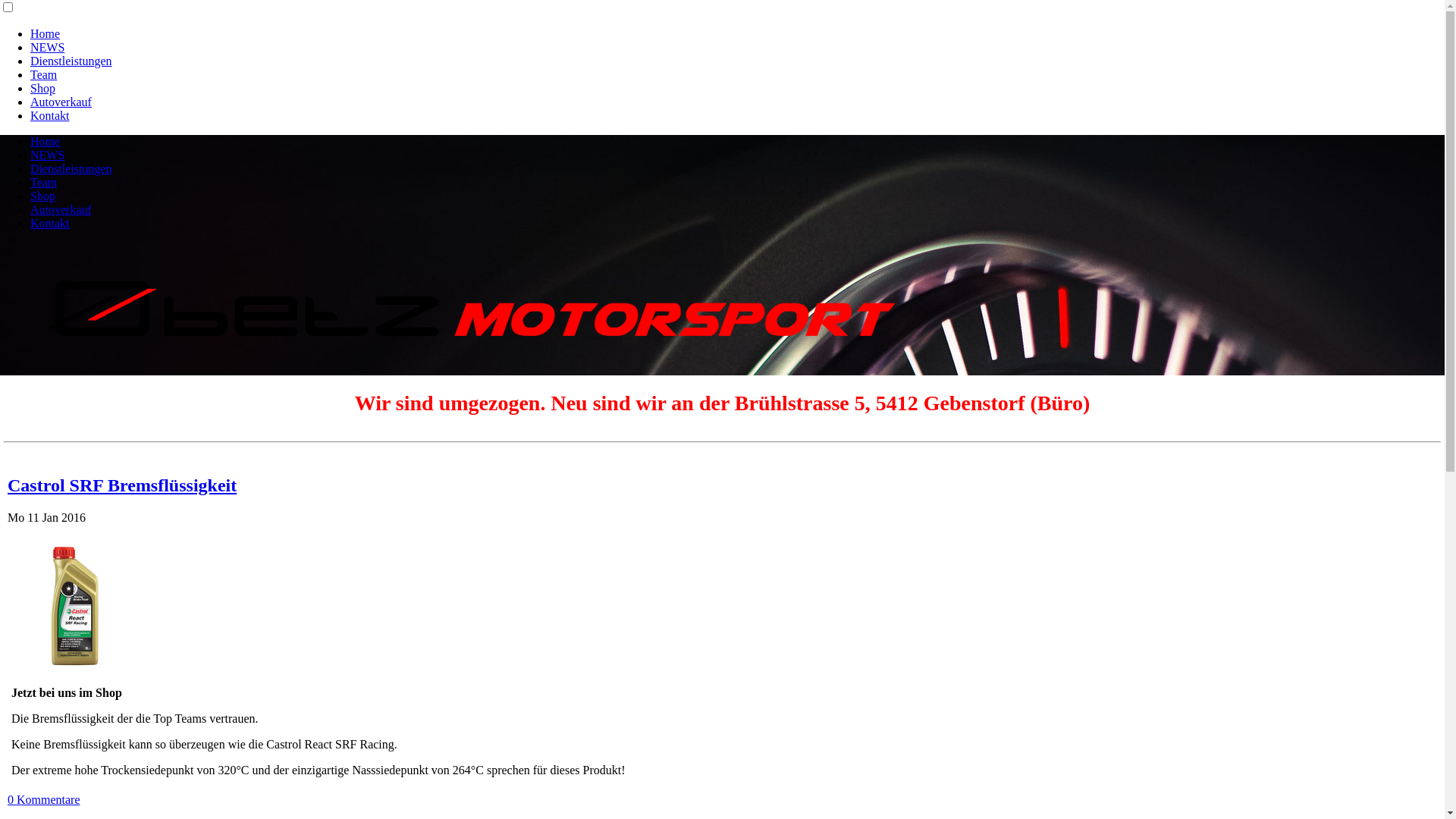 The image size is (1456, 819). What do you see at coordinates (47, 46) in the screenshot?
I see `'NEWS'` at bounding box center [47, 46].